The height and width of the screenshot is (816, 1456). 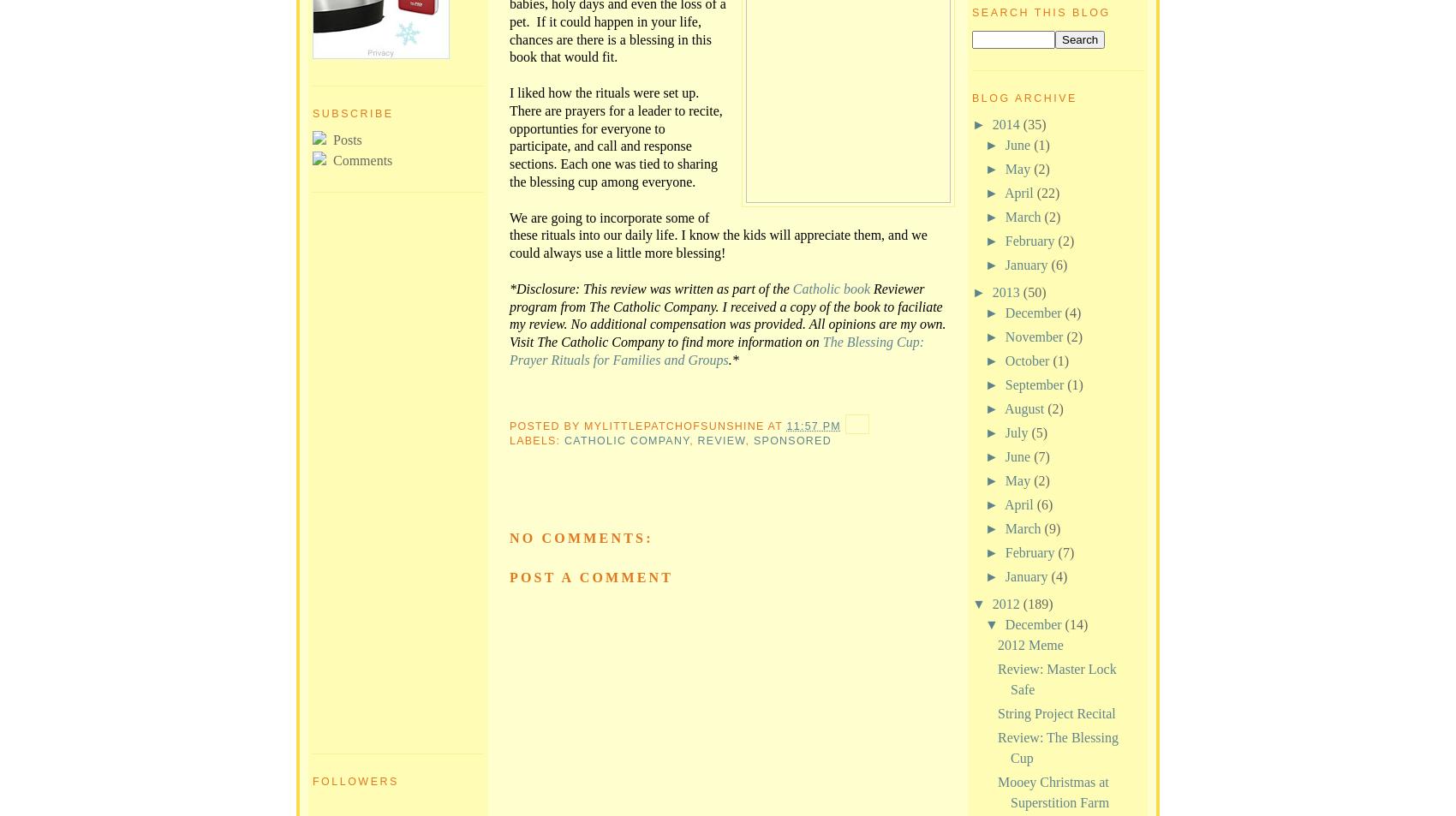 I want to click on 'Subscribe', so click(x=352, y=113).